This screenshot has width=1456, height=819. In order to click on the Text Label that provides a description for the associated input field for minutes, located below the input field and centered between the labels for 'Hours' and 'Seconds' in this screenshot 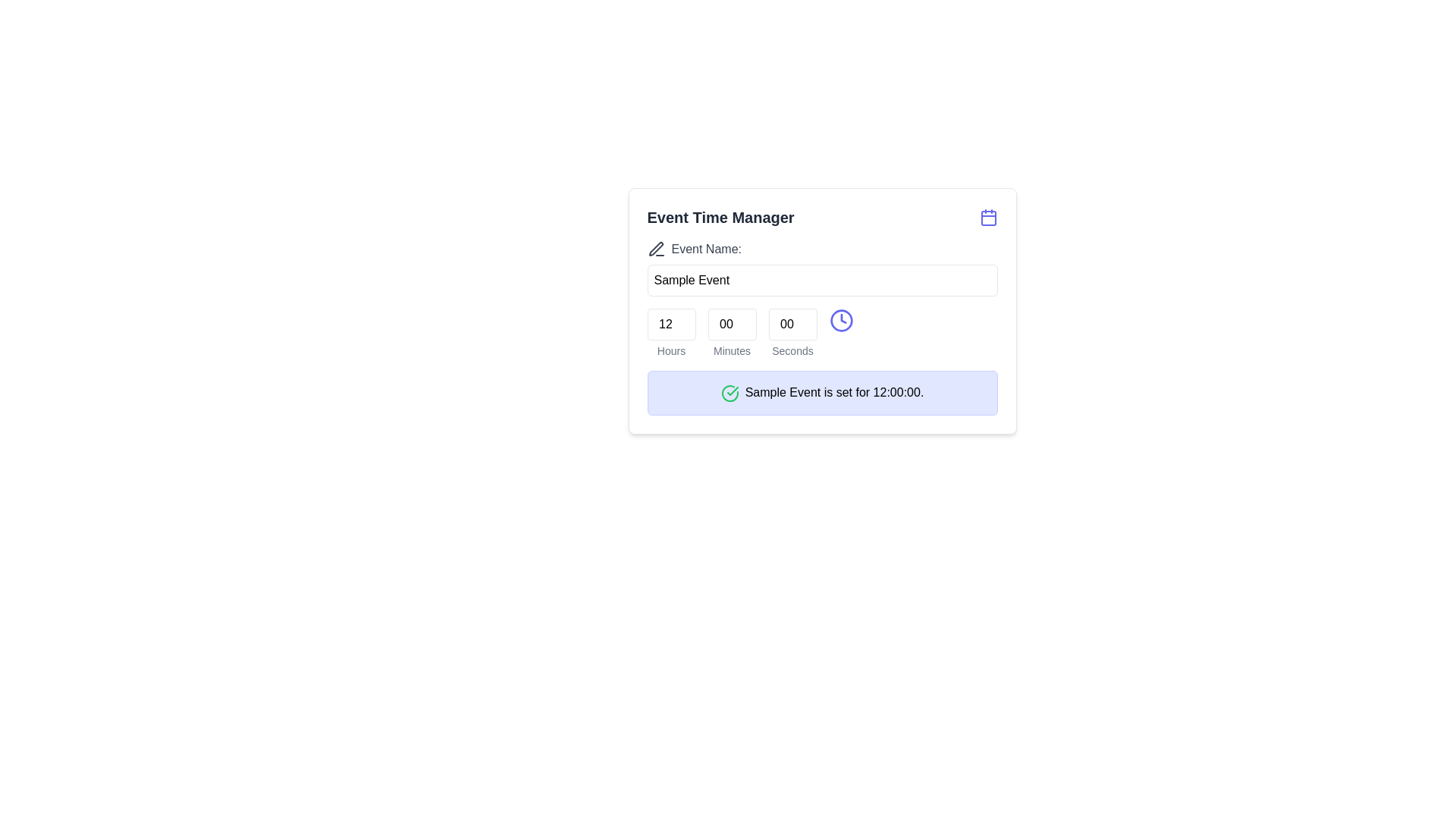, I will do `click(732, 350)`.